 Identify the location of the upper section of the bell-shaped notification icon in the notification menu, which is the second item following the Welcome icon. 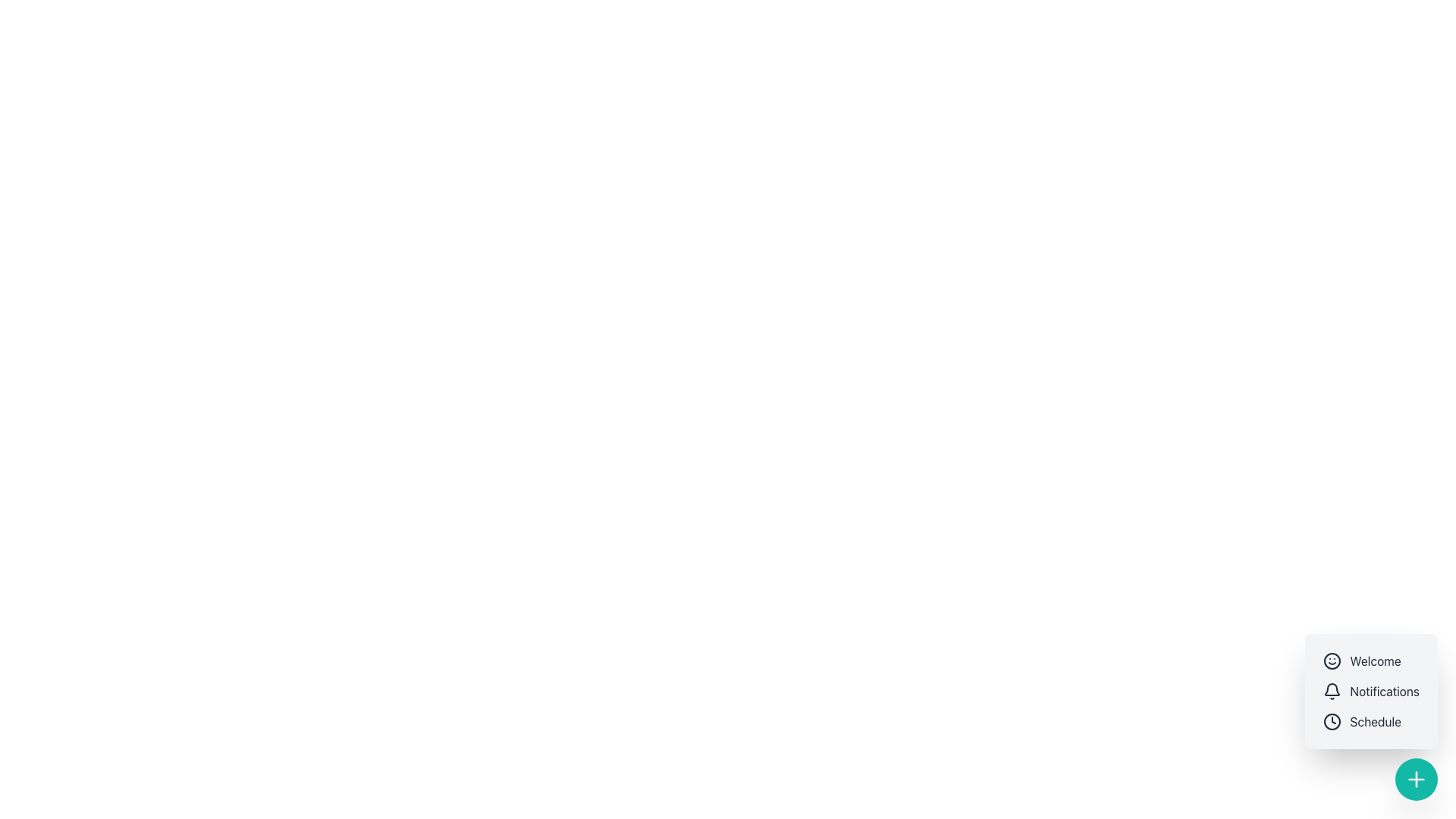
(1331, 689).